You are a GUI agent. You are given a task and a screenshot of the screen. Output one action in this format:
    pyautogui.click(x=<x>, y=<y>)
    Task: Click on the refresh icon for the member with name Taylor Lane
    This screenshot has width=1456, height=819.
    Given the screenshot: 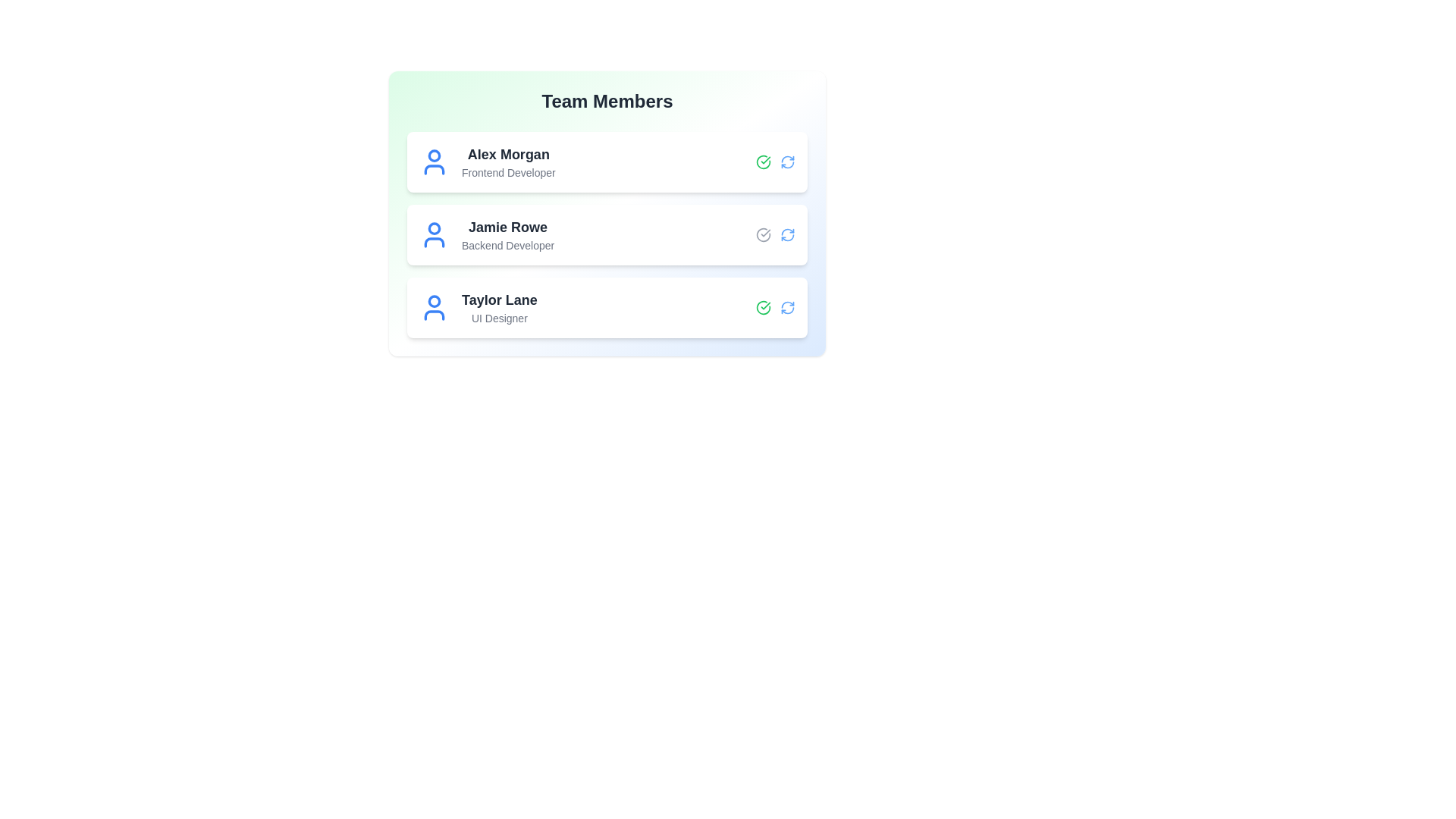 What is the action you would take?
    pyautogui.click(x=787, y=307)
    